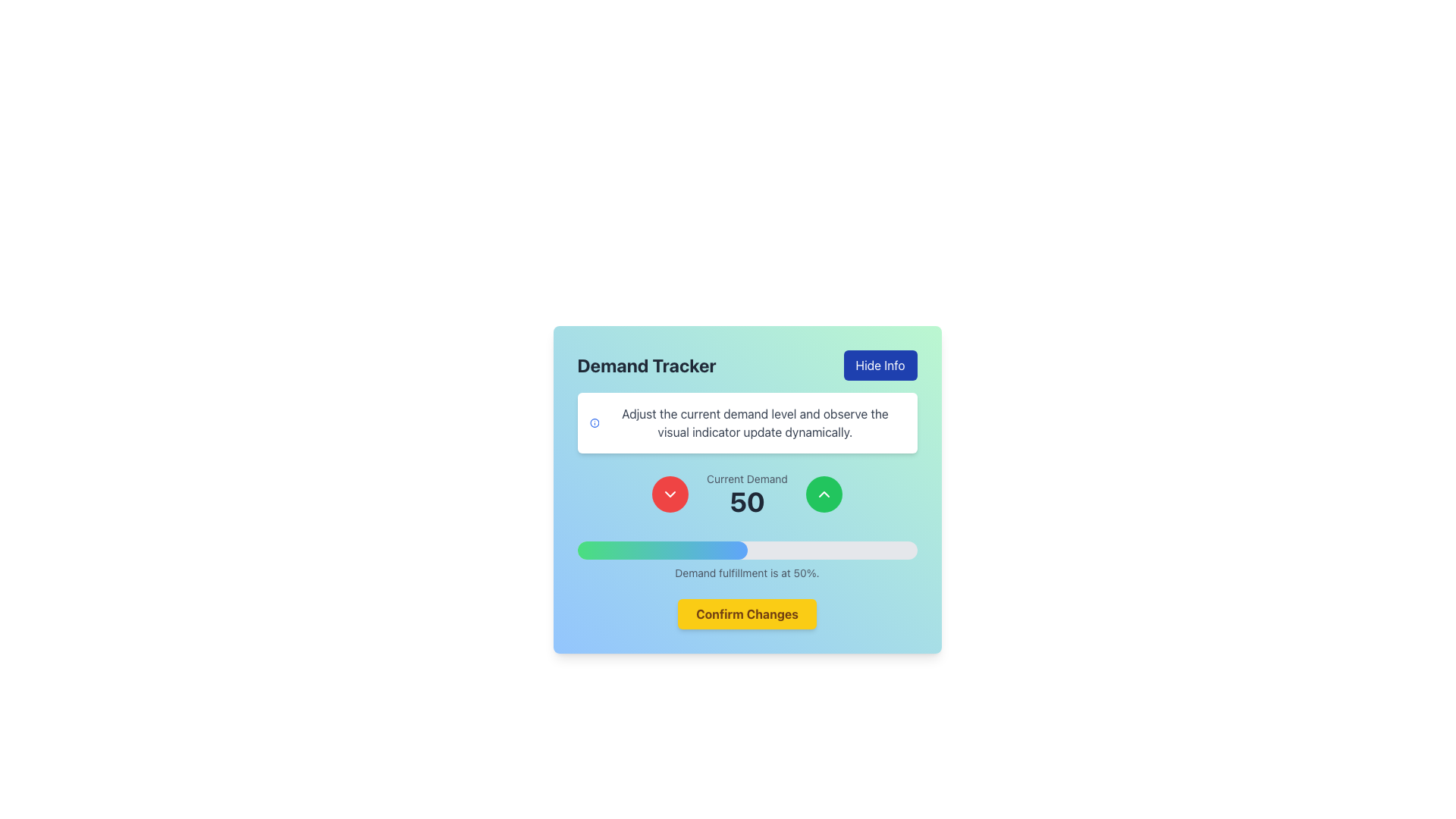  What do you see at coordinates (593, 423) in the screenshot?
I see `the circular blue information icon located to the left of the instructive text within the horizontally-aligned group` at bounding box center [593, 423].